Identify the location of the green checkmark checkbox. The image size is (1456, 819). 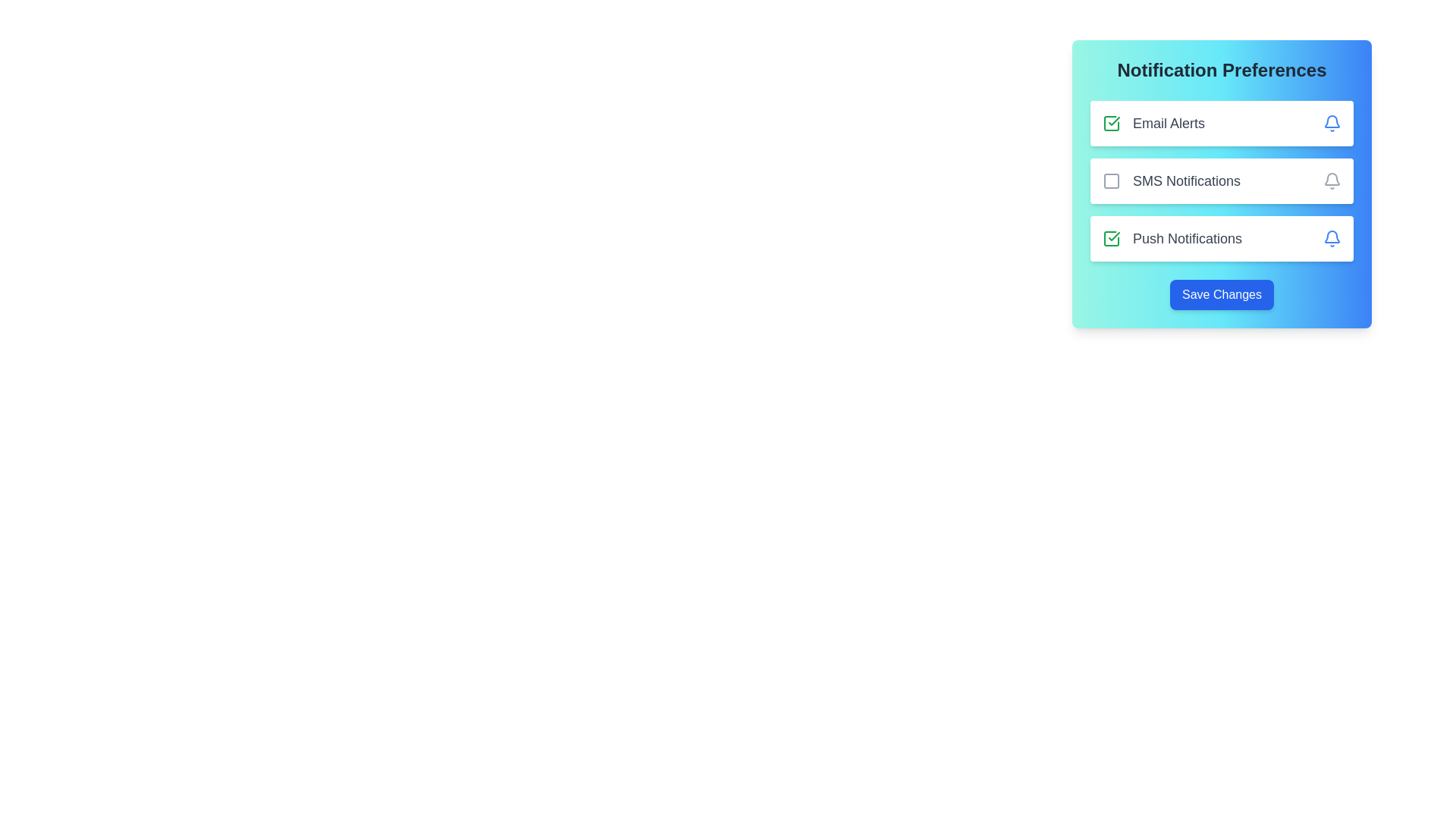
(1111, 239).